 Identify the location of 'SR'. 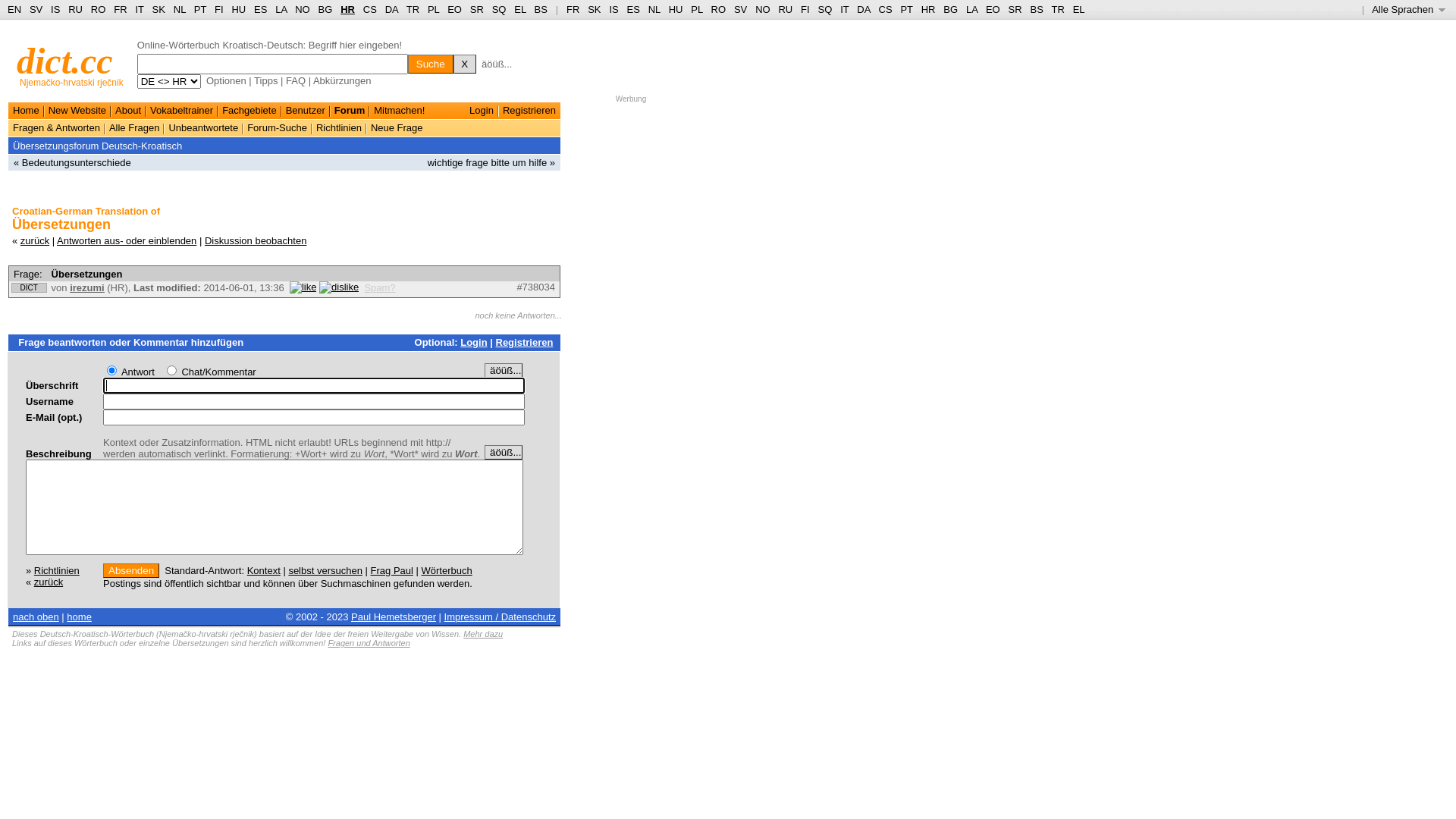
(475, 9).